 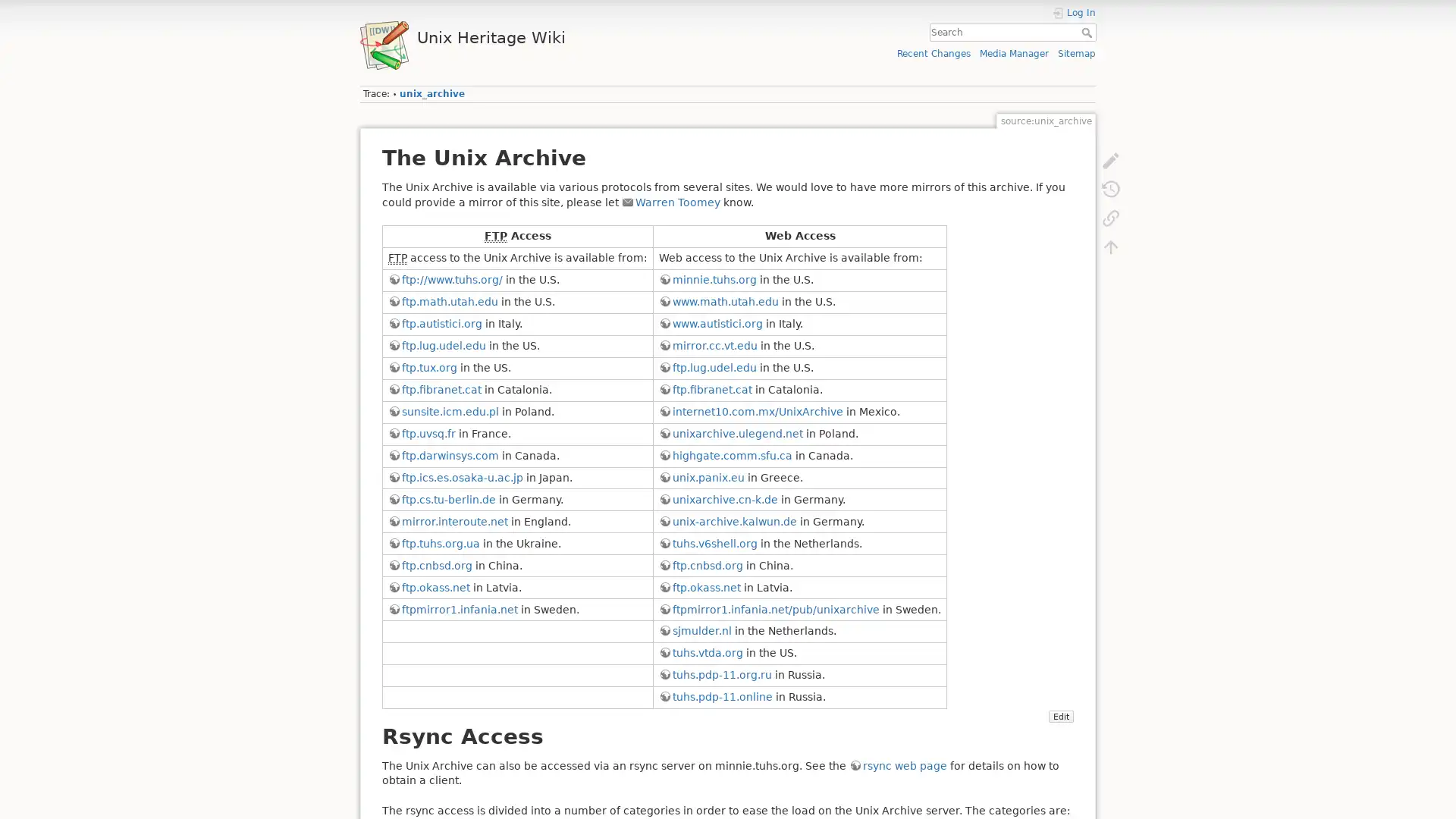 I want to click on Edit, so click(x=1059, y=717).